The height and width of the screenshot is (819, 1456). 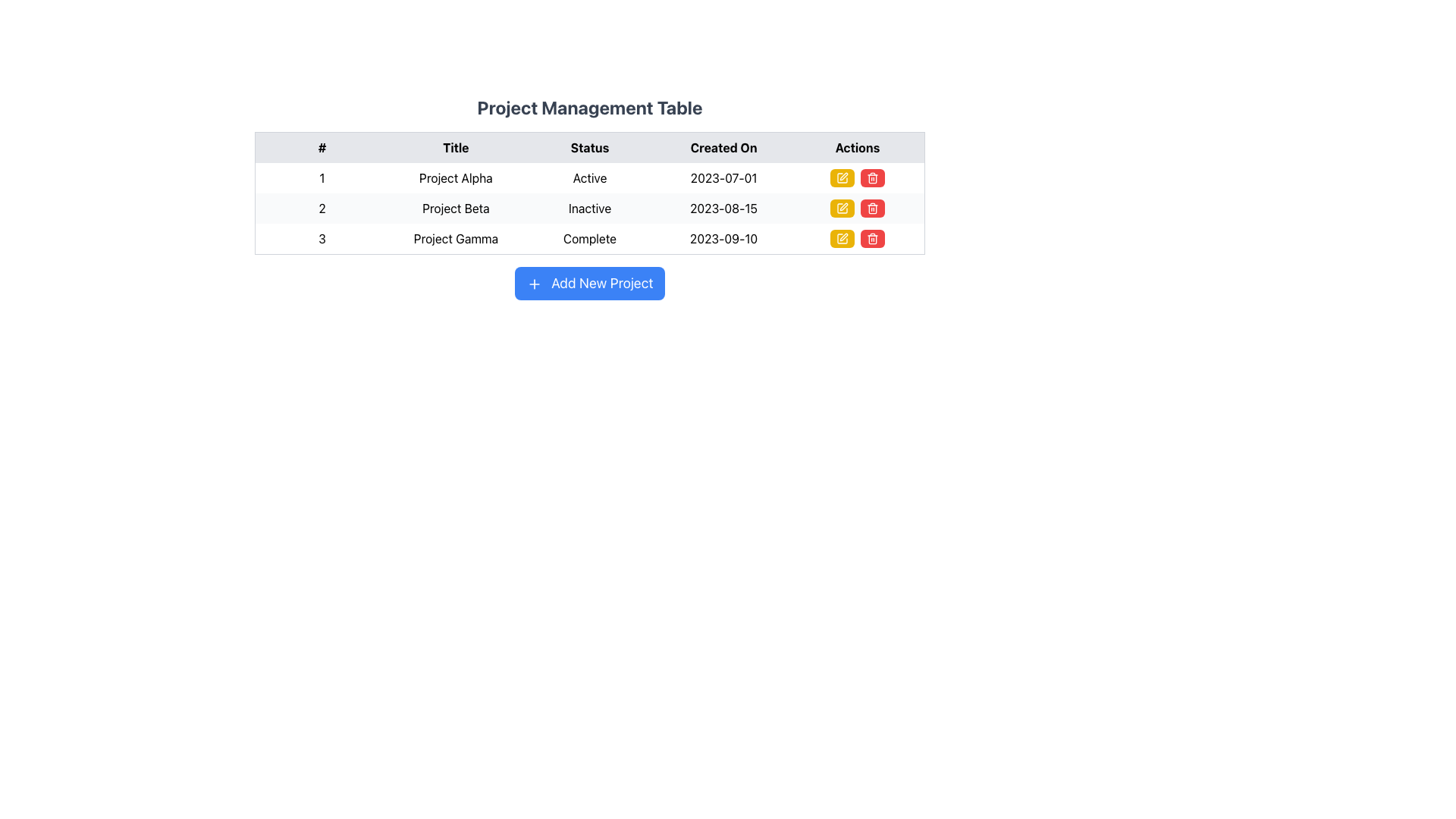 I want to click on the delete icon located in the 'Actions' column of the Project Management Table corresponding to the project 'Project Alpha', so click(x=872, y=177).